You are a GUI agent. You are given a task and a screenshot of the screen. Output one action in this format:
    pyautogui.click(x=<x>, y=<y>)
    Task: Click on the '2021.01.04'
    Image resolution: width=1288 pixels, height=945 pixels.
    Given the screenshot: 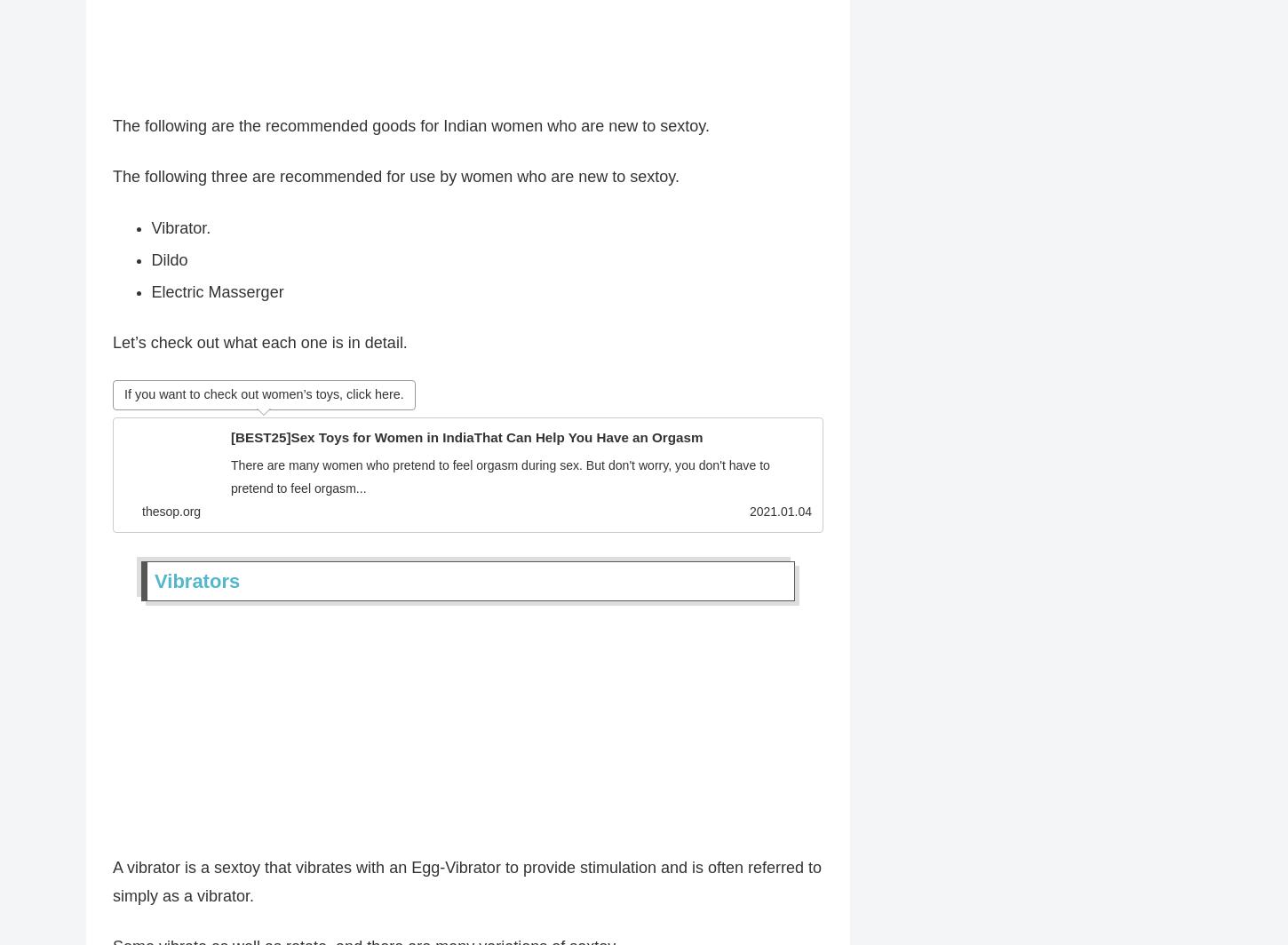 What is the action you would take?
    pyautogui.click(x=779, y=517)
    